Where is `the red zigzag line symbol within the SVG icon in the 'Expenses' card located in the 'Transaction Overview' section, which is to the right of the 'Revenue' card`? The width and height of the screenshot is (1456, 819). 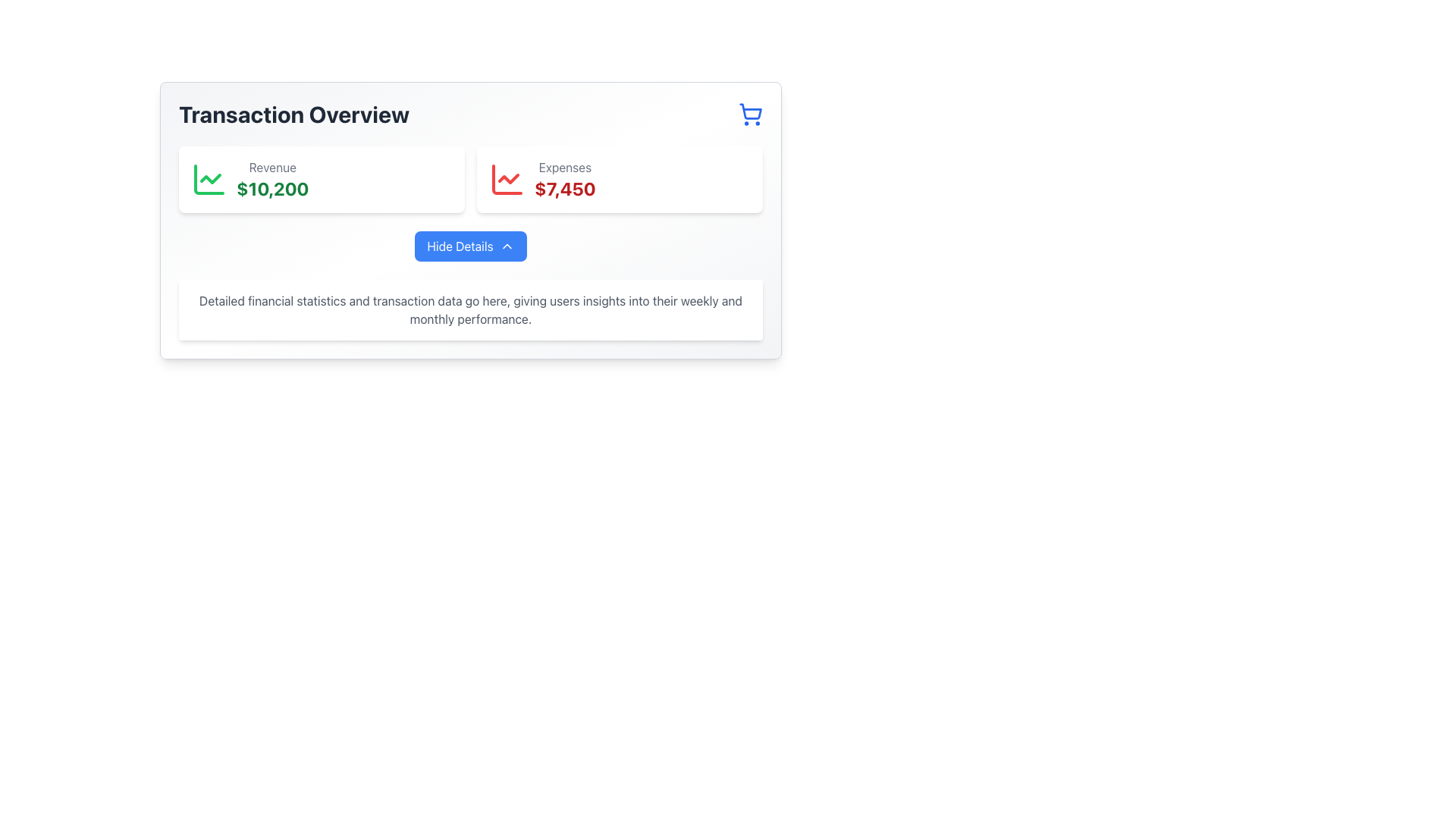 the red zigzag line symbol within the SVG icon in the 'Expenses' card located in the 'Transaction Overview' section, which is to the right of the 'Revenue' card is located at coordinates (509, 177).